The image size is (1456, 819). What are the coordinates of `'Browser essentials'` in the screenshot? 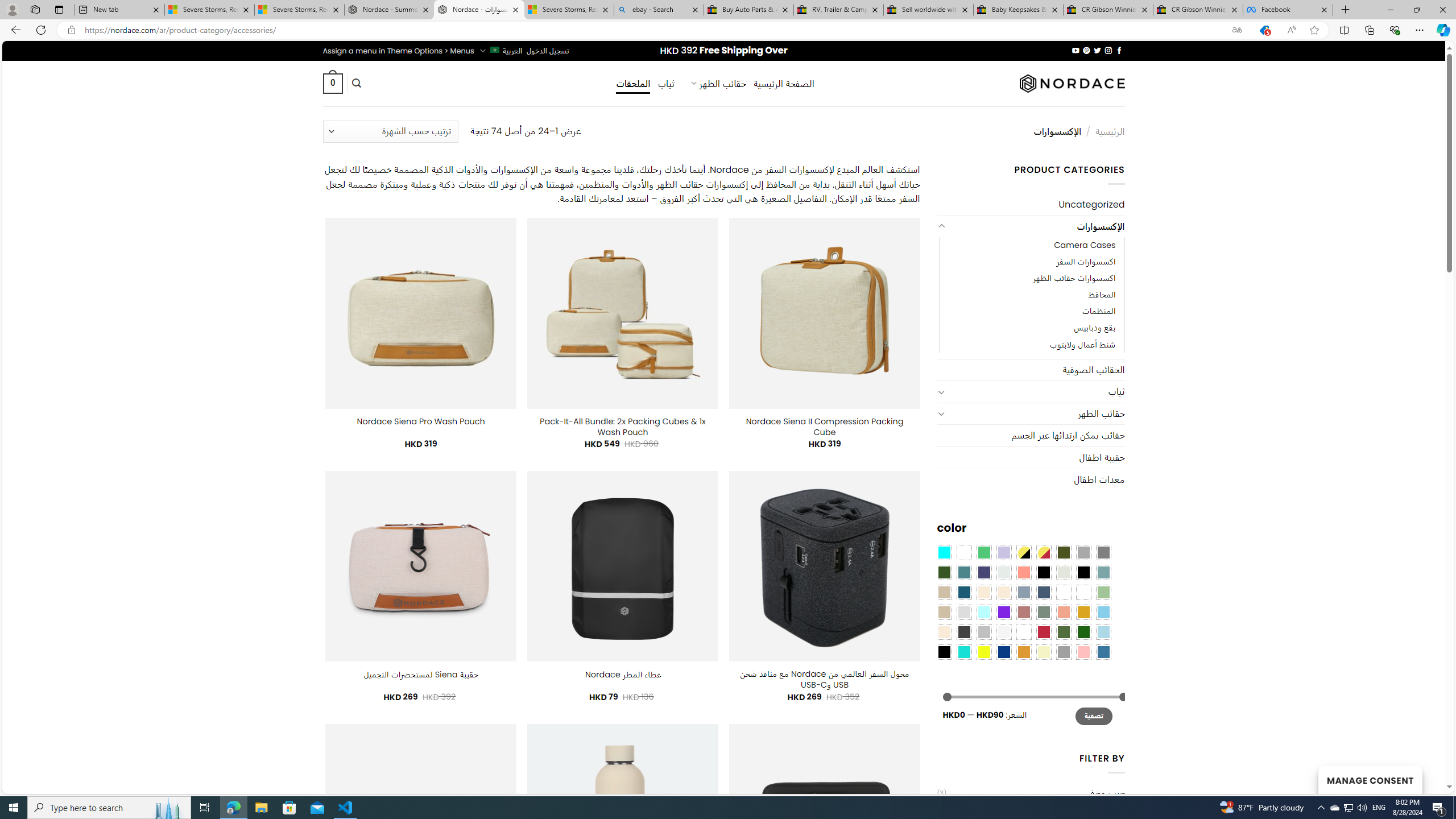 It's located at (1394, 29).